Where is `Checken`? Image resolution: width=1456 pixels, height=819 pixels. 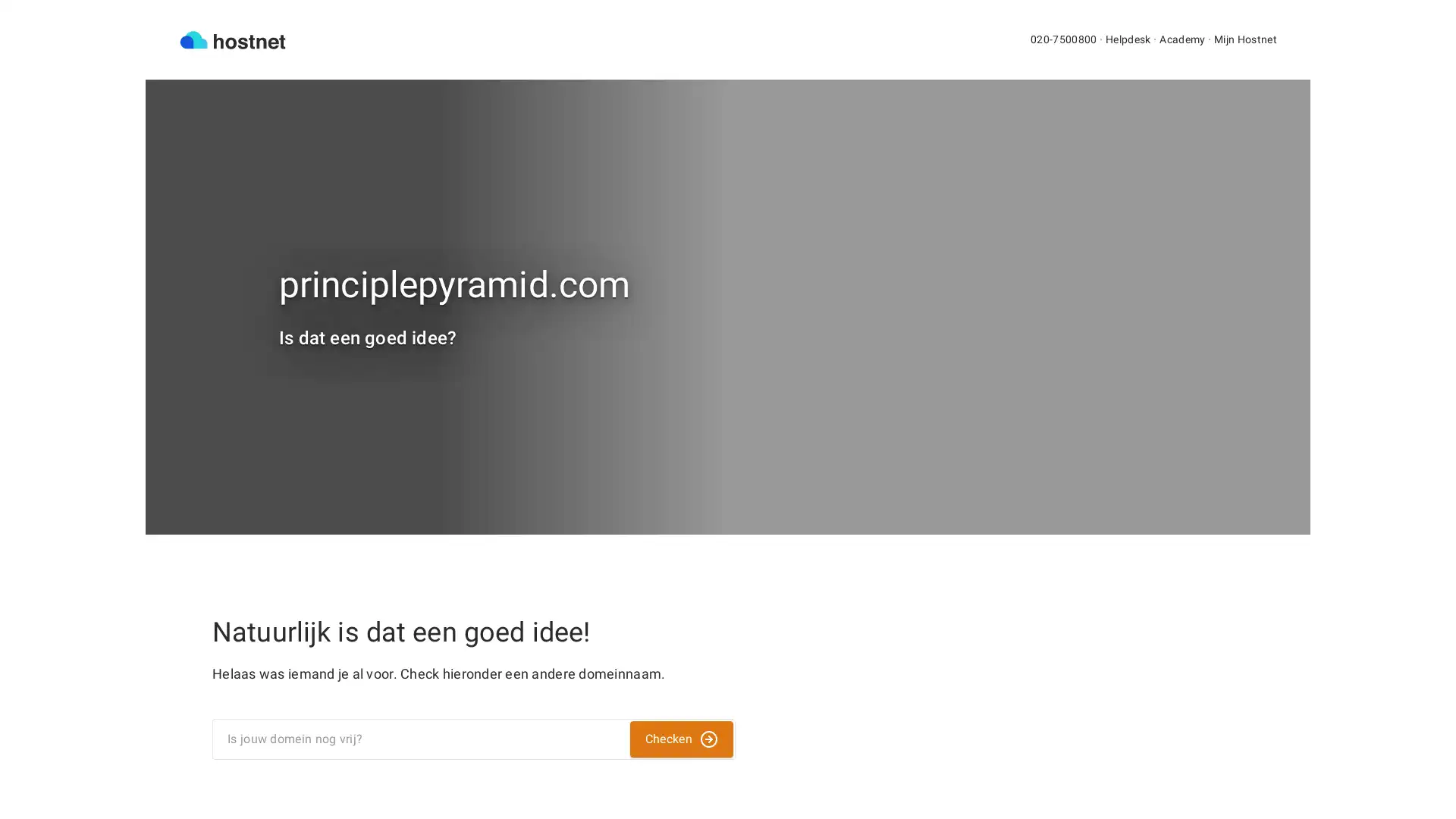 Checken is located at coordinates (680, 739).